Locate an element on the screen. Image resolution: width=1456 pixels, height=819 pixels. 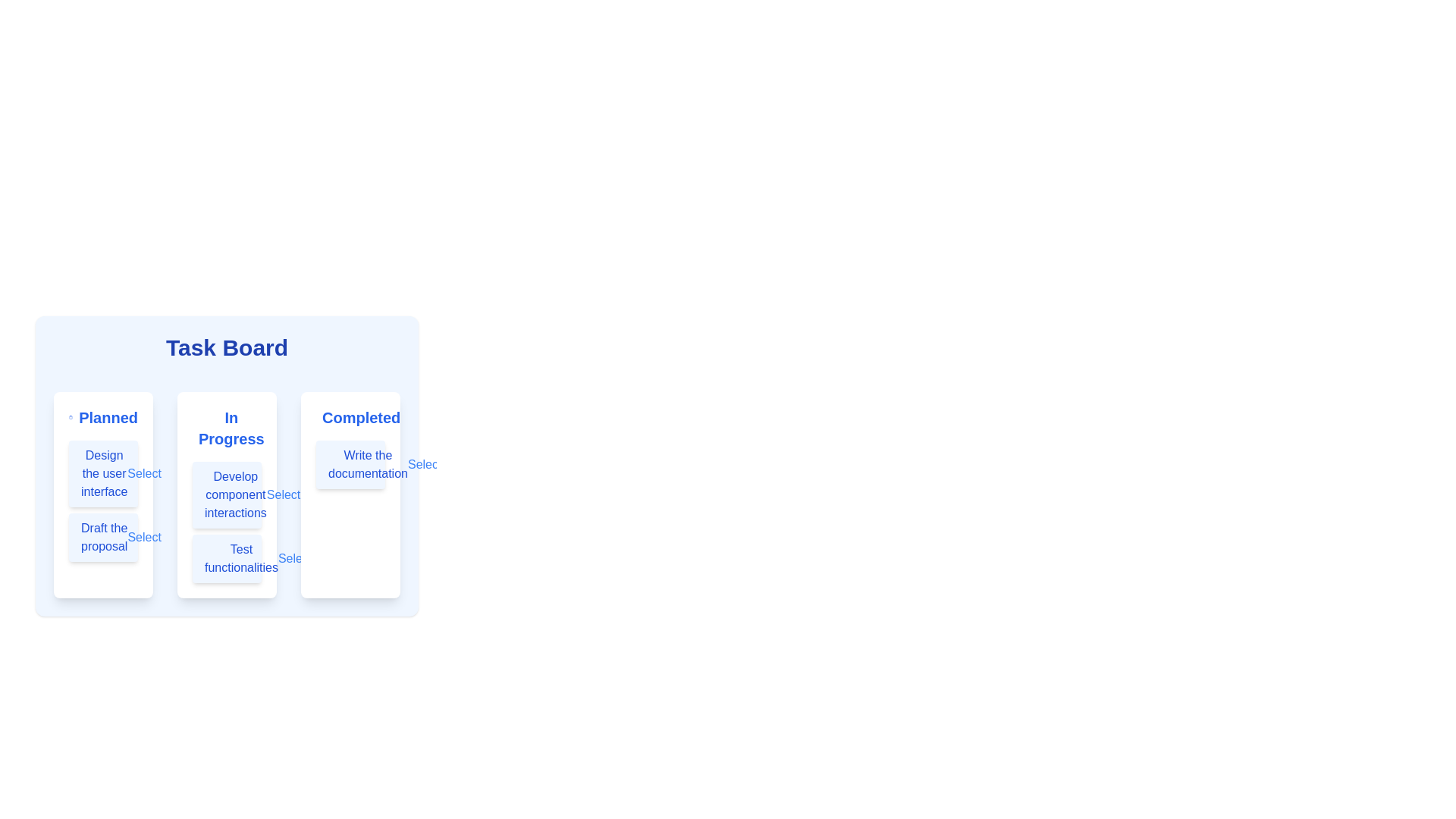
the 'Completed' status label with checkmark icon located in the 'Completed' section of the task board interface is located at coordinates (350, 418).